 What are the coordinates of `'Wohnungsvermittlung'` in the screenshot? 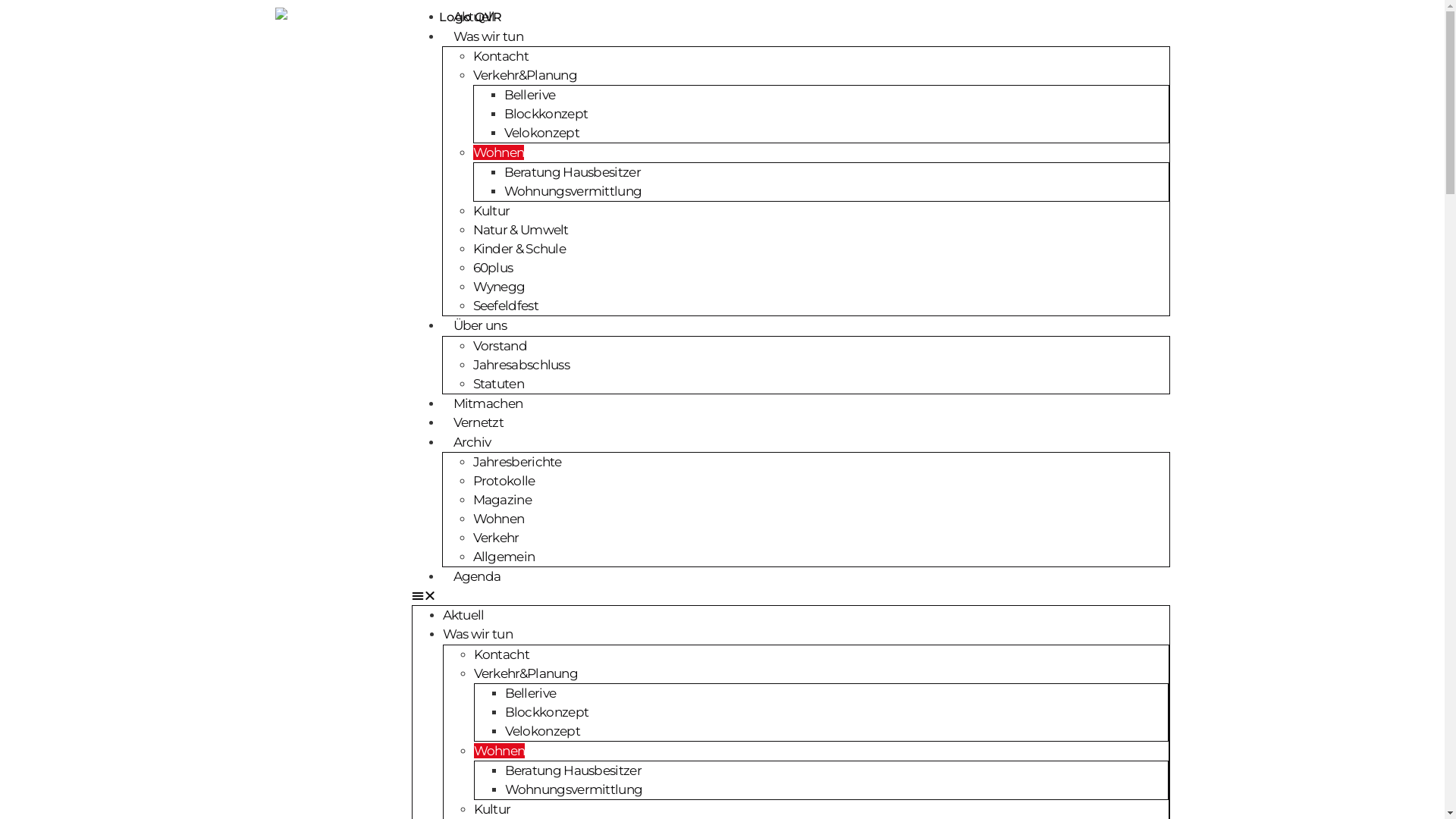 It's located at (573, 788).